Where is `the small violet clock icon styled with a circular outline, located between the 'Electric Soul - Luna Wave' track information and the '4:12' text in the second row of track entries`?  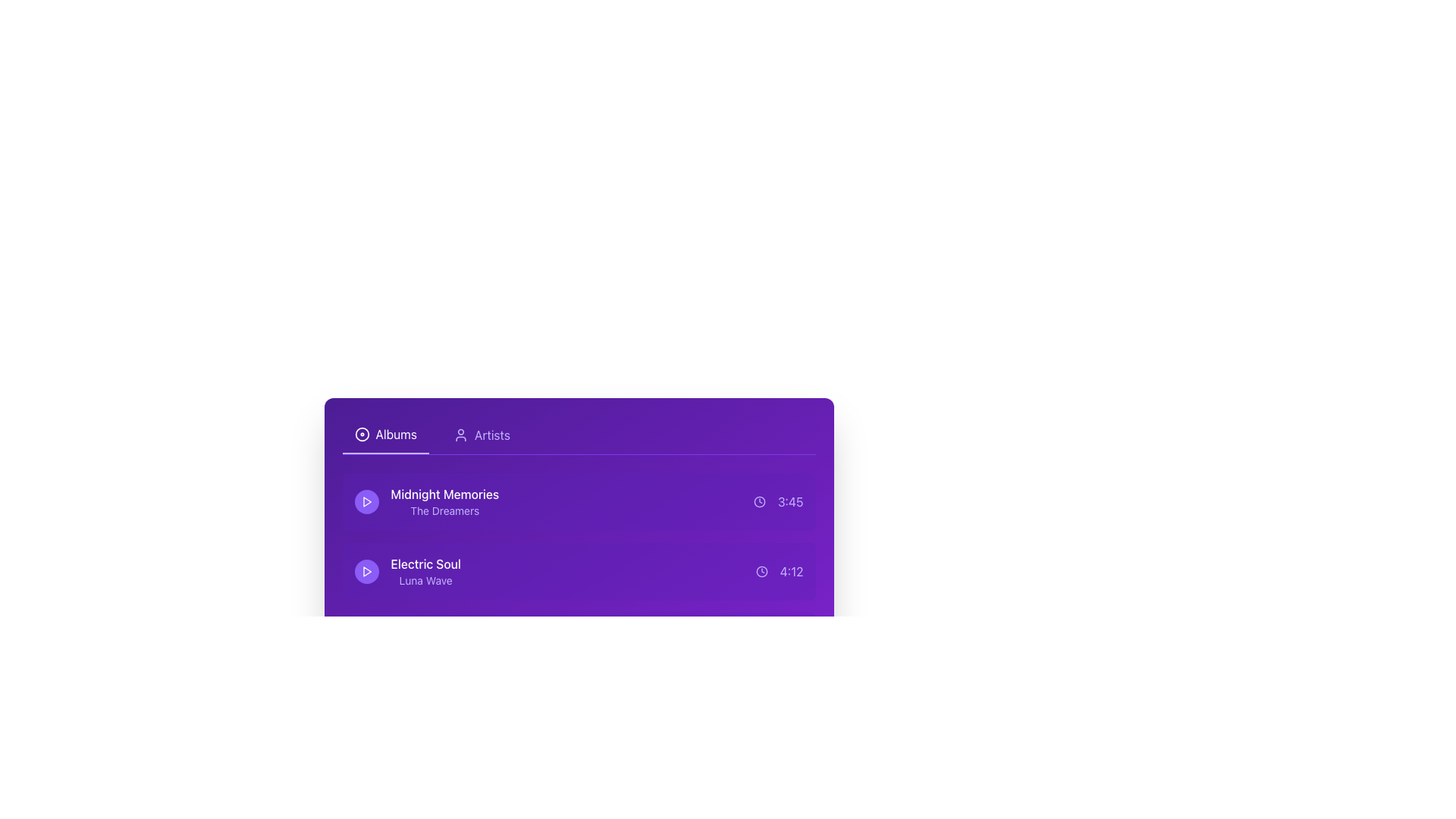 the small violet clock icon styled with a circular outline, located between the 'Electric Soul - Luna Wave' track information and the '4:12' text in the second row of track entries is located at coordinates (761, 571).